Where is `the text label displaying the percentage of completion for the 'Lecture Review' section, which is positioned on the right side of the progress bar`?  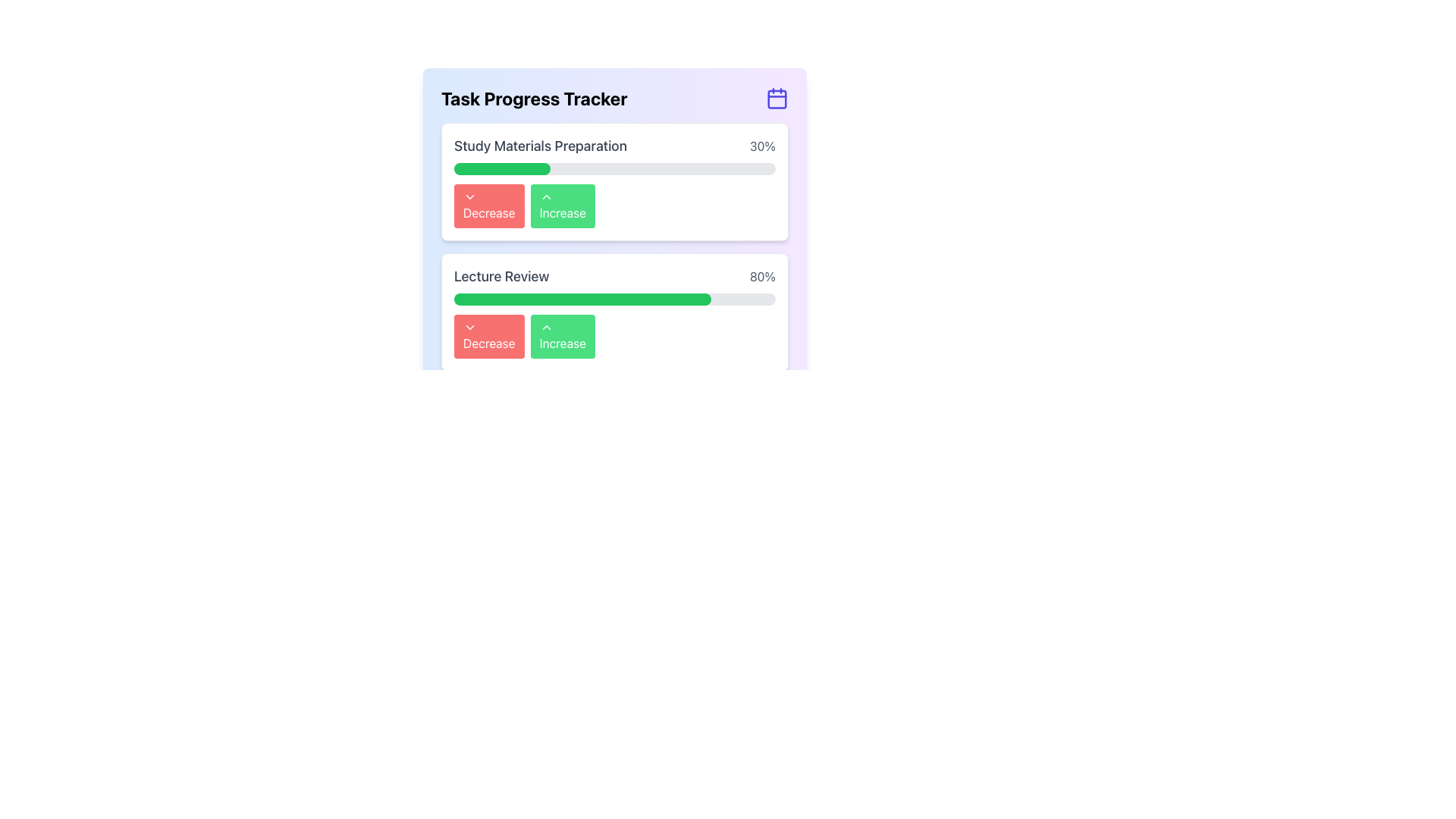 the text label displaying the percentage of completion for the 'Lecture Review' section, which is positioned on the right side of the progress bar is located at coordinates (762, 277).